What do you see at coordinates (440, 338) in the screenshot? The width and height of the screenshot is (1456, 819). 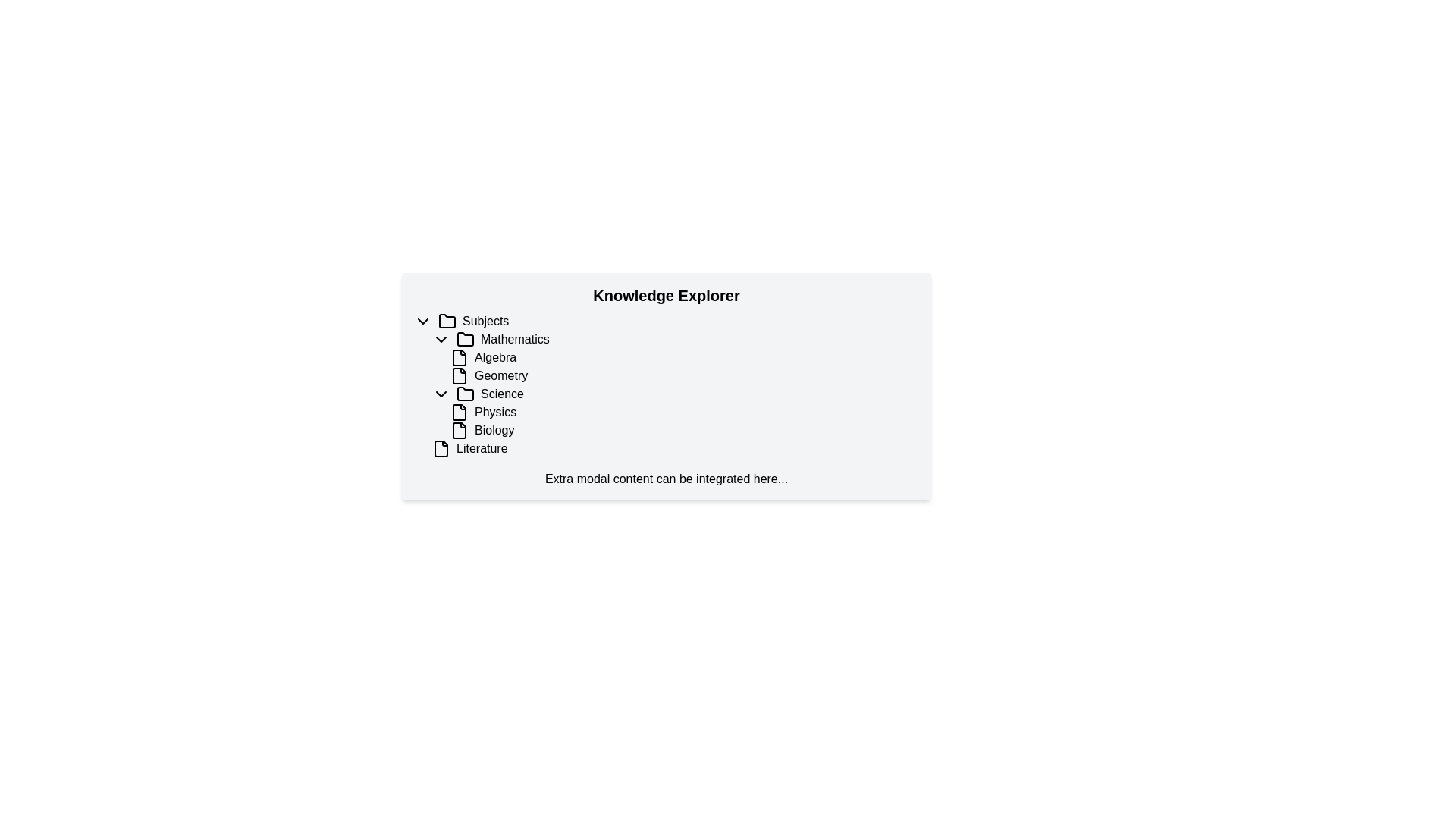 I see `the Dropdown toggle icon` at bounding box center [440, 338].